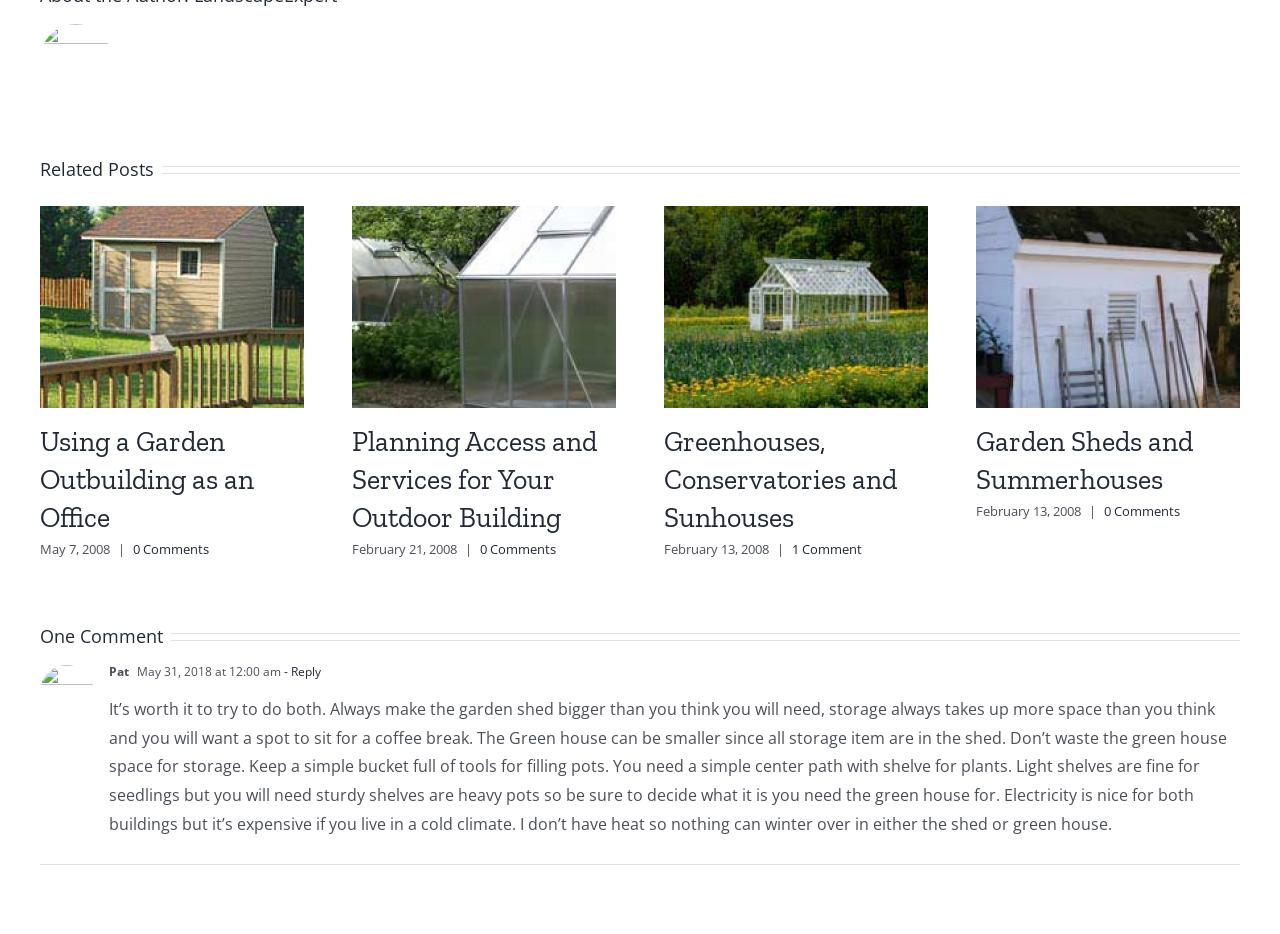 The width and height of the screenshot is (1280, 934). Describe the element at coordinates (352, 478) in the screenshot. I see `'Planning Access and Services for Your Outdoor Building'` at that location.